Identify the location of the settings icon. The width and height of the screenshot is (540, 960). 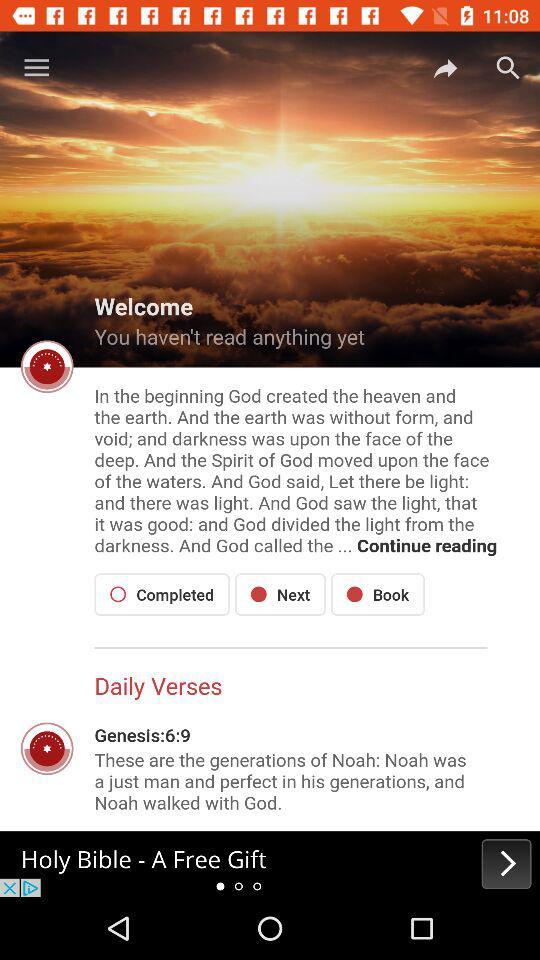
(47, 365).